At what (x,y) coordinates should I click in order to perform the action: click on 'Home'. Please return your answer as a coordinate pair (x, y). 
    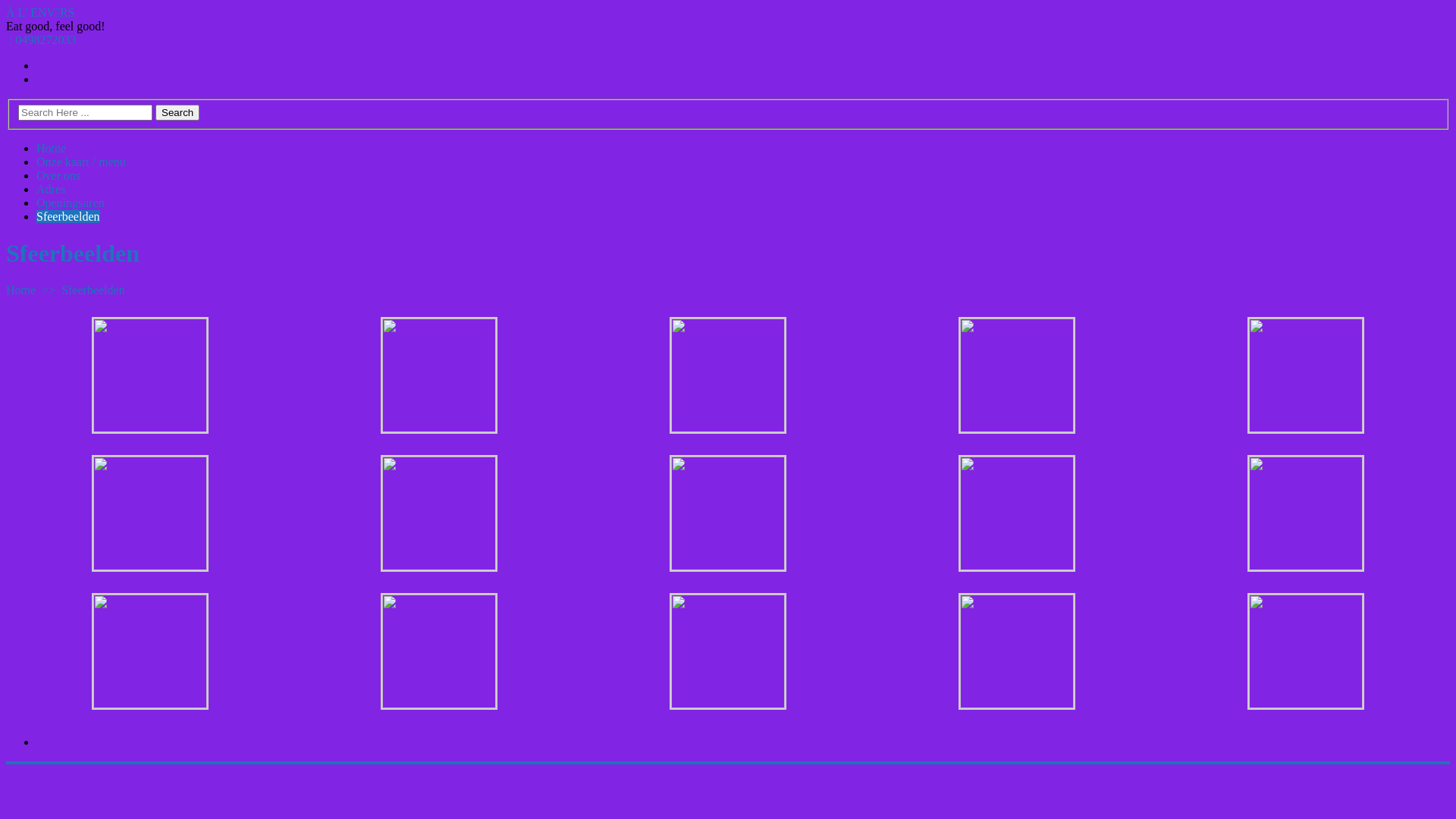
    Looking at the image, I should click on (20, 290).